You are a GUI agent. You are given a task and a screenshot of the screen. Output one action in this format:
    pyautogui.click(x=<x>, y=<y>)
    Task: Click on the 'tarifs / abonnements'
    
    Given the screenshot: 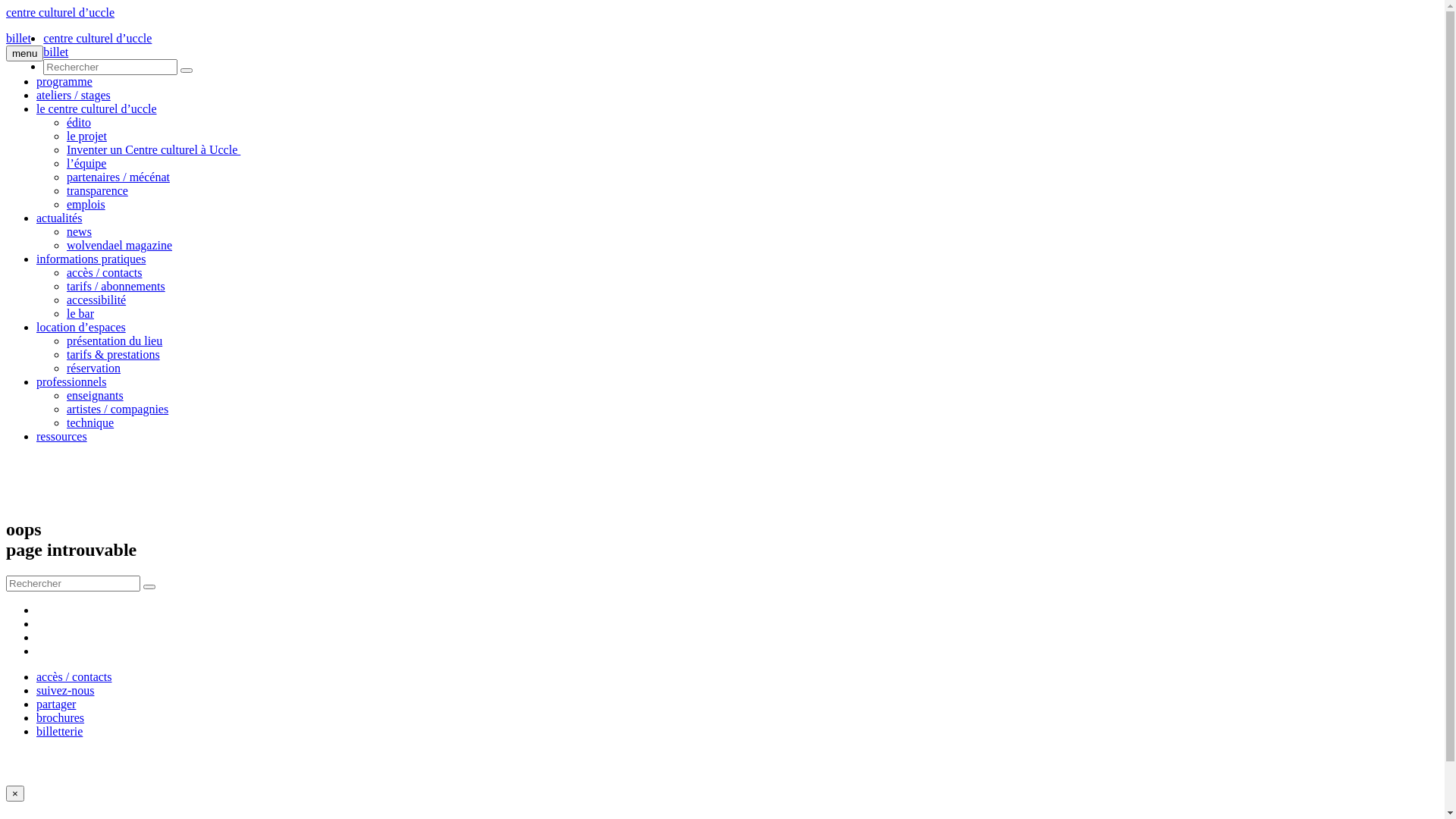 What is the action you would take?
    pyautogui.click(x=115, y=286)
    